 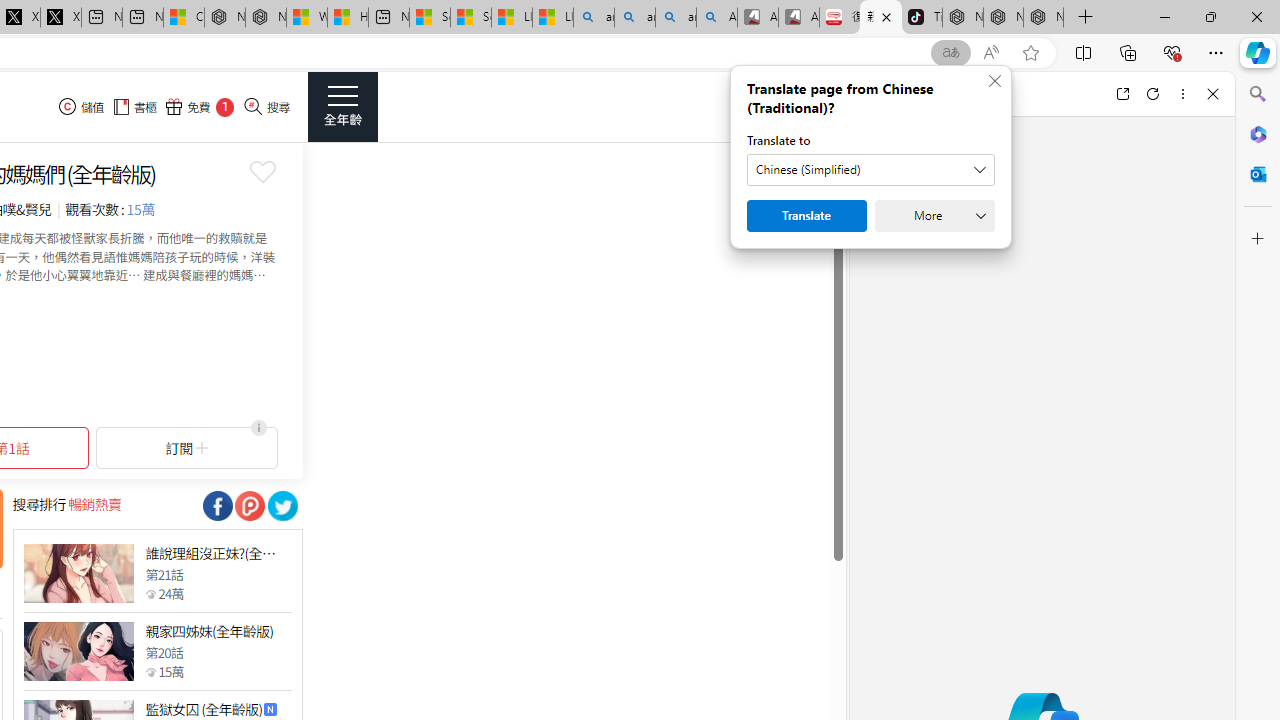 What do you see at coordinates (281, 505) in the screenshot?
I see `'Class: socialShare'` at bounding box center [281, 505].